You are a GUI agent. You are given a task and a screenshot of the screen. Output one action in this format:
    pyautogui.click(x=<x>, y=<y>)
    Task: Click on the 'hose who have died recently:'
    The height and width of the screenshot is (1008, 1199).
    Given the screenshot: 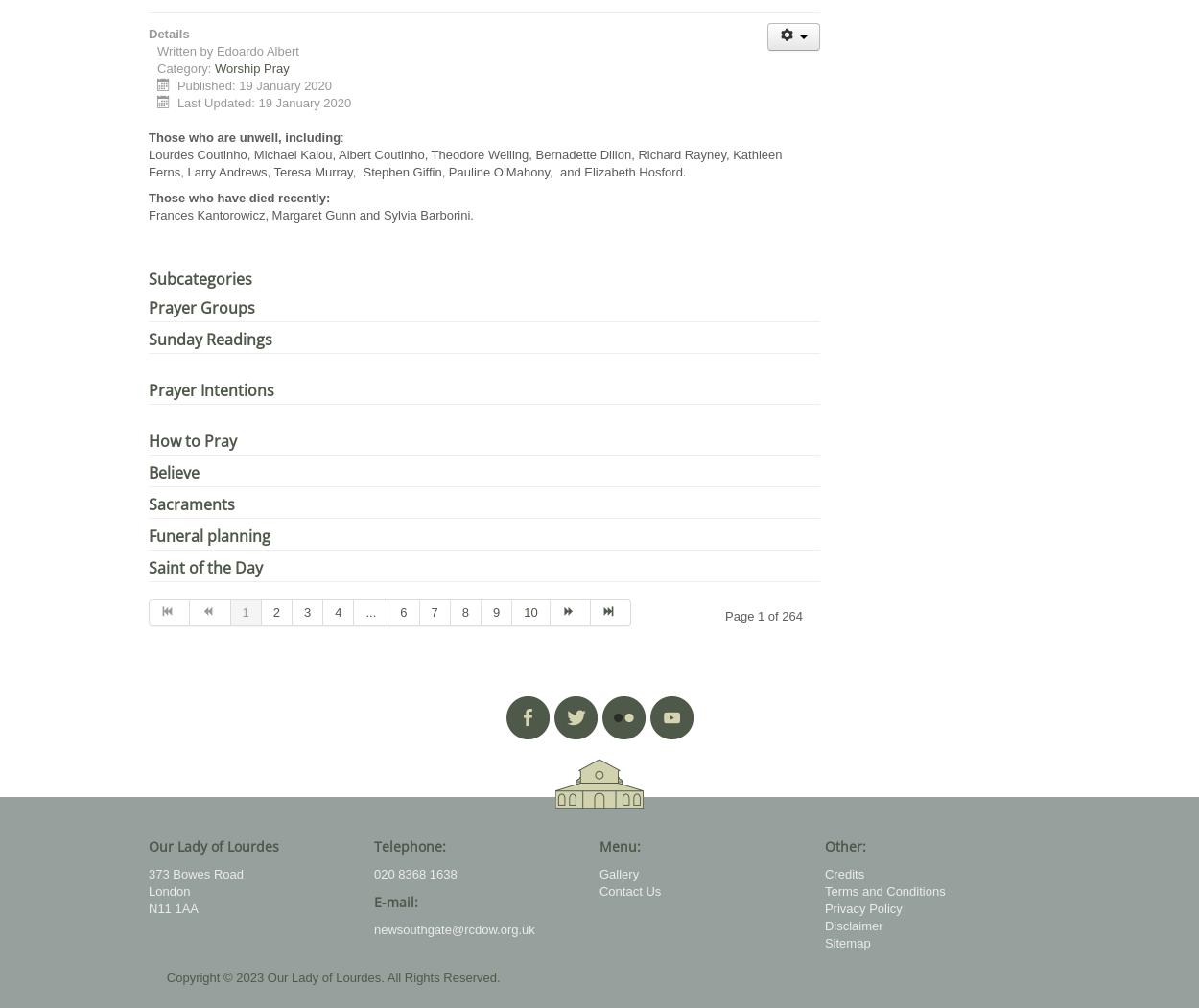 What is the action you would take?
    pyautogui.click(x=155, y=197)
    